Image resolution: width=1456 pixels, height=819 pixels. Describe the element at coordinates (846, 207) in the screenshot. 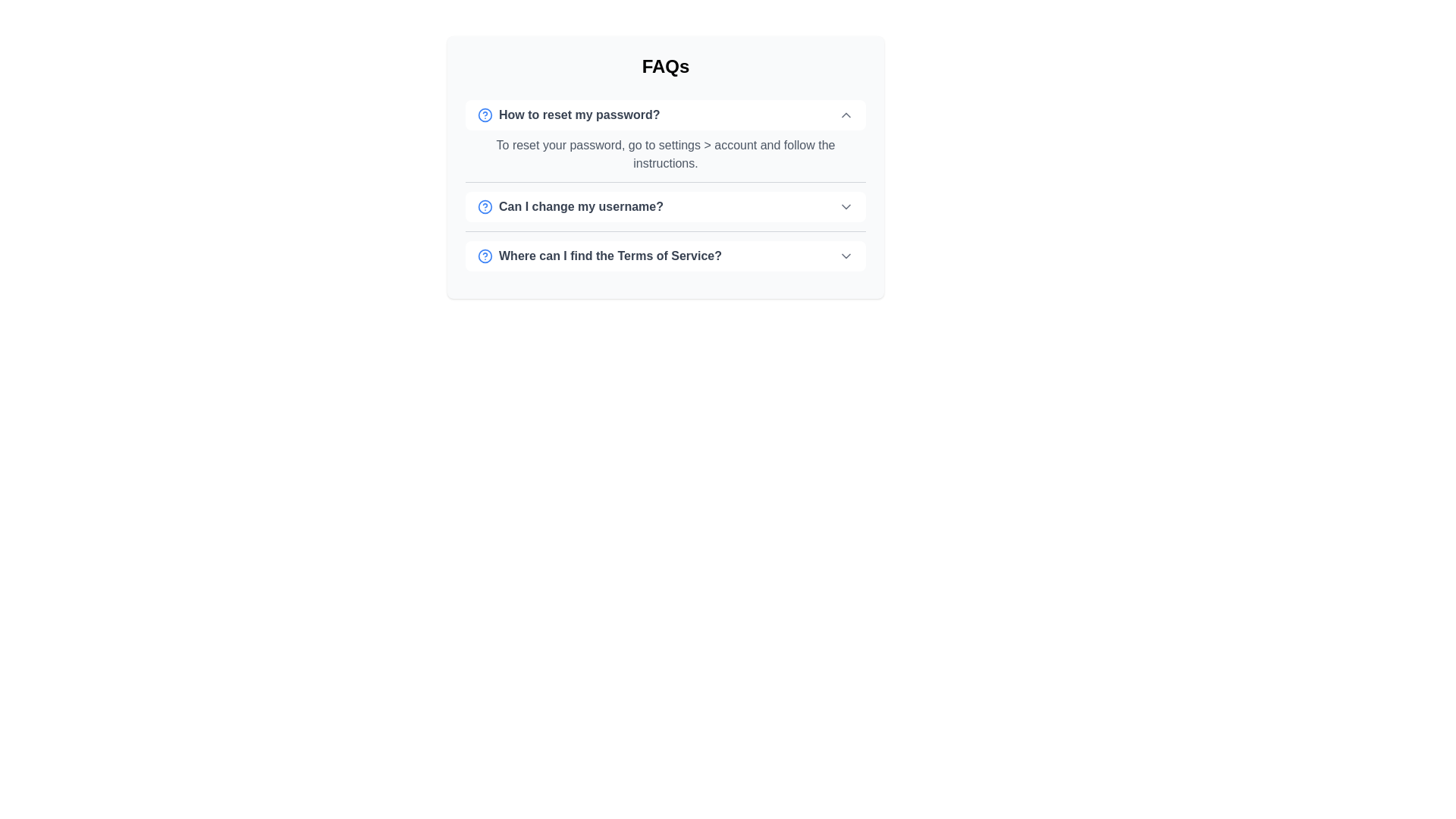

I see `the toggle icon for expanding or collapsing the FAQ item associated with 'Can I change my username?'` at that location.